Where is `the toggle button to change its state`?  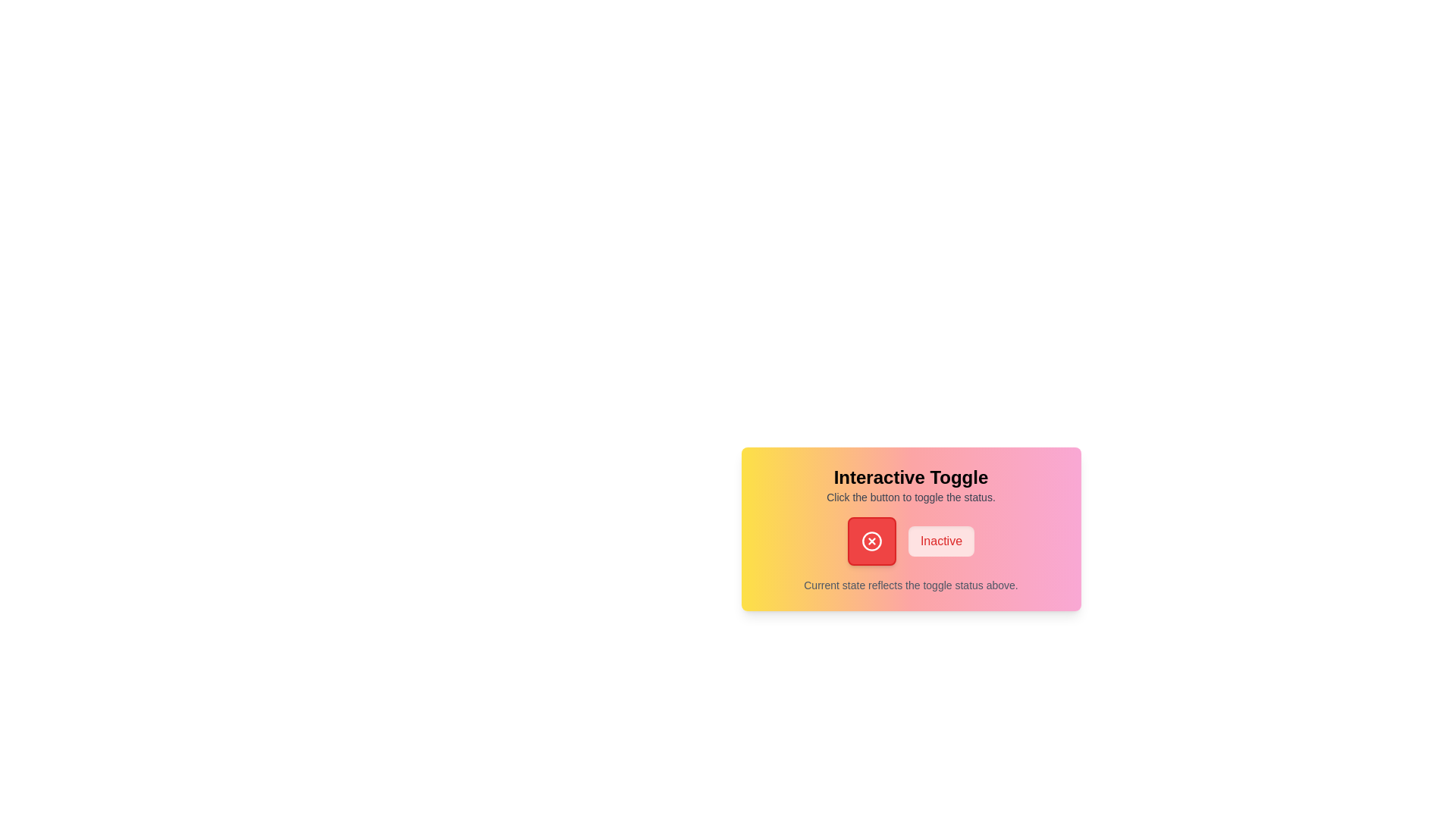
the toggle button to change its state is located at coordinates (871, 540).